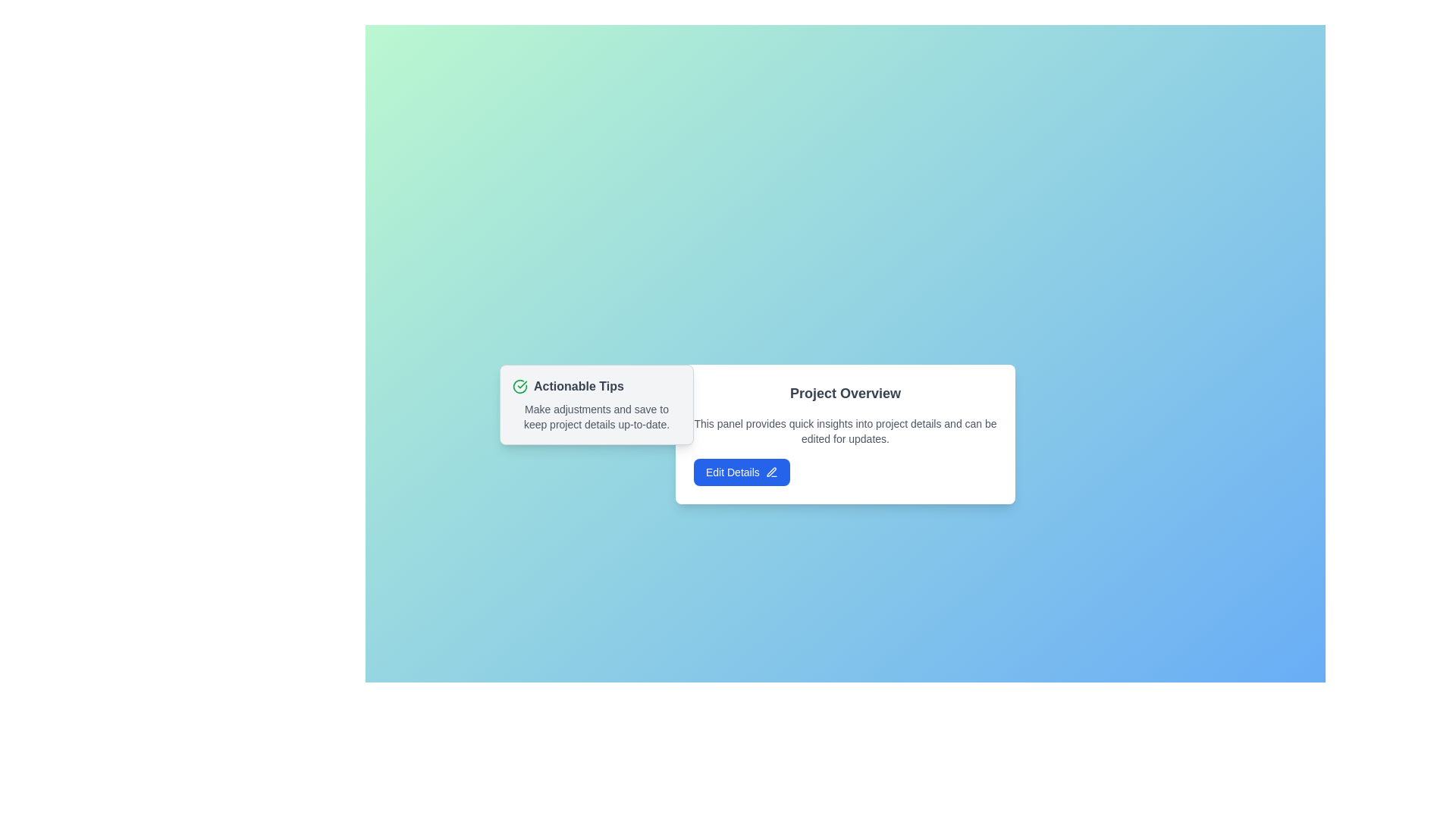 This screenshot has height=819, width=1456. What do you see at coordinates (742, 472) in the screenshot?
I see `the button located at the bottom center of the 'Project Overview' panel to initiate editing the project details` at bounding box center [742, 472].